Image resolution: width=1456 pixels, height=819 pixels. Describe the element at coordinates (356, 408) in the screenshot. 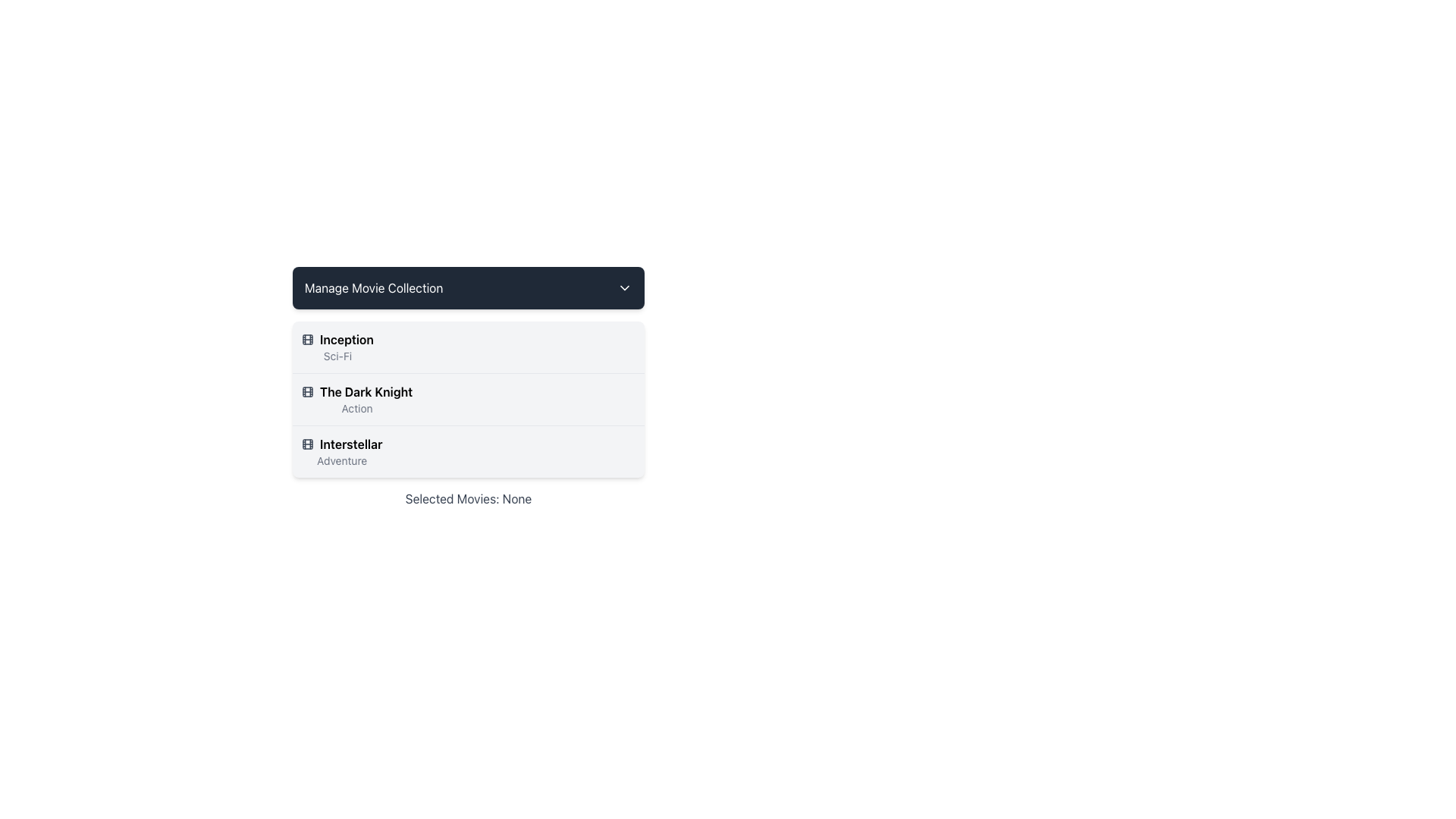

I see `the genre label for the movie 'The Dark Knight', which is positioned directly below its title` at that location.